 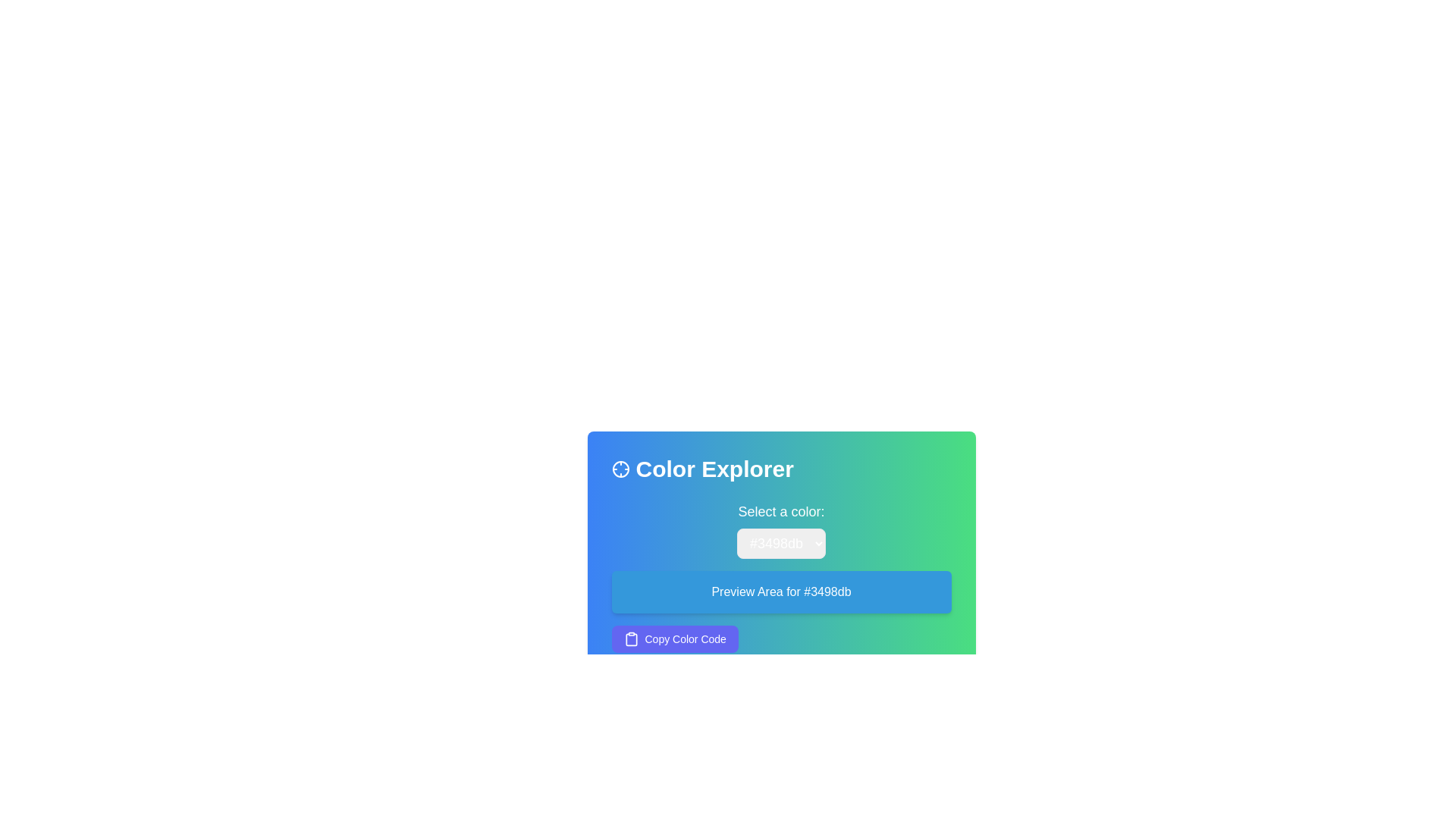 I want to click on the Static Text Label that reads 'Preview Area for #3498db', styled with a white font on a blue background, so click(x=781, y=591).